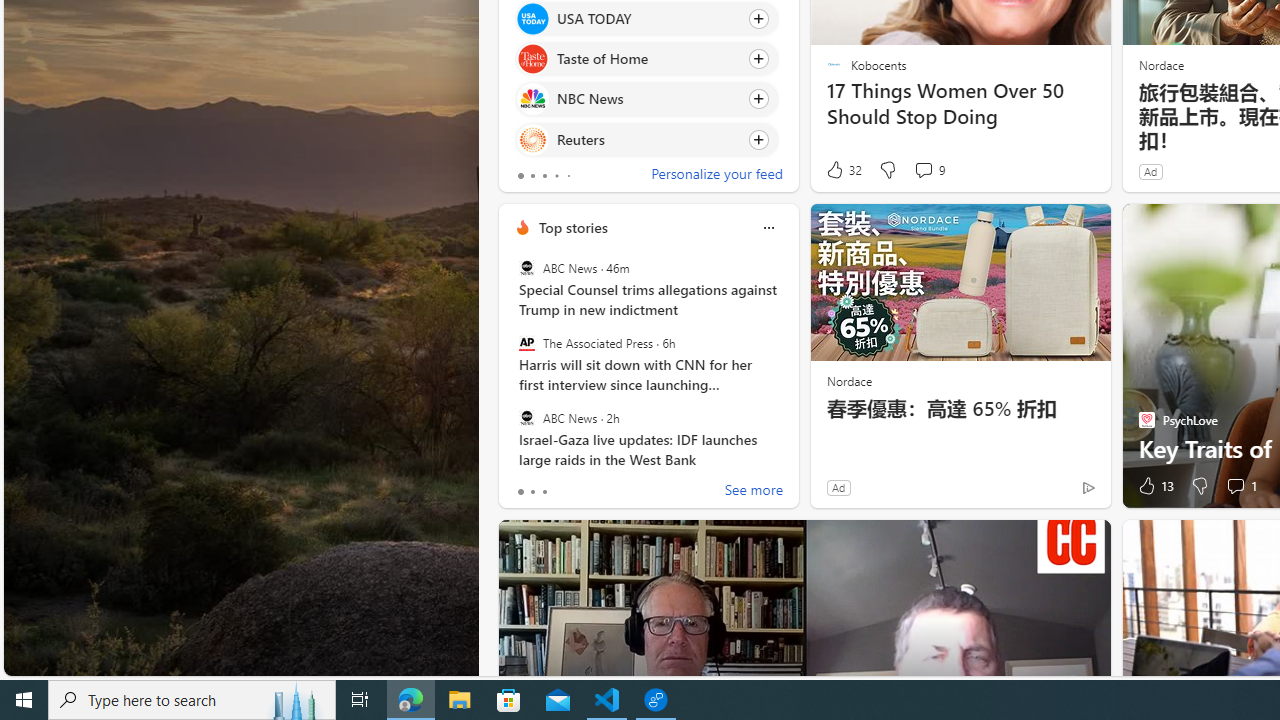 Image resolution: width=1280 pixels, height=720 pixels. I want to click on 'Click to follow source NBC News', so click(647, 99).